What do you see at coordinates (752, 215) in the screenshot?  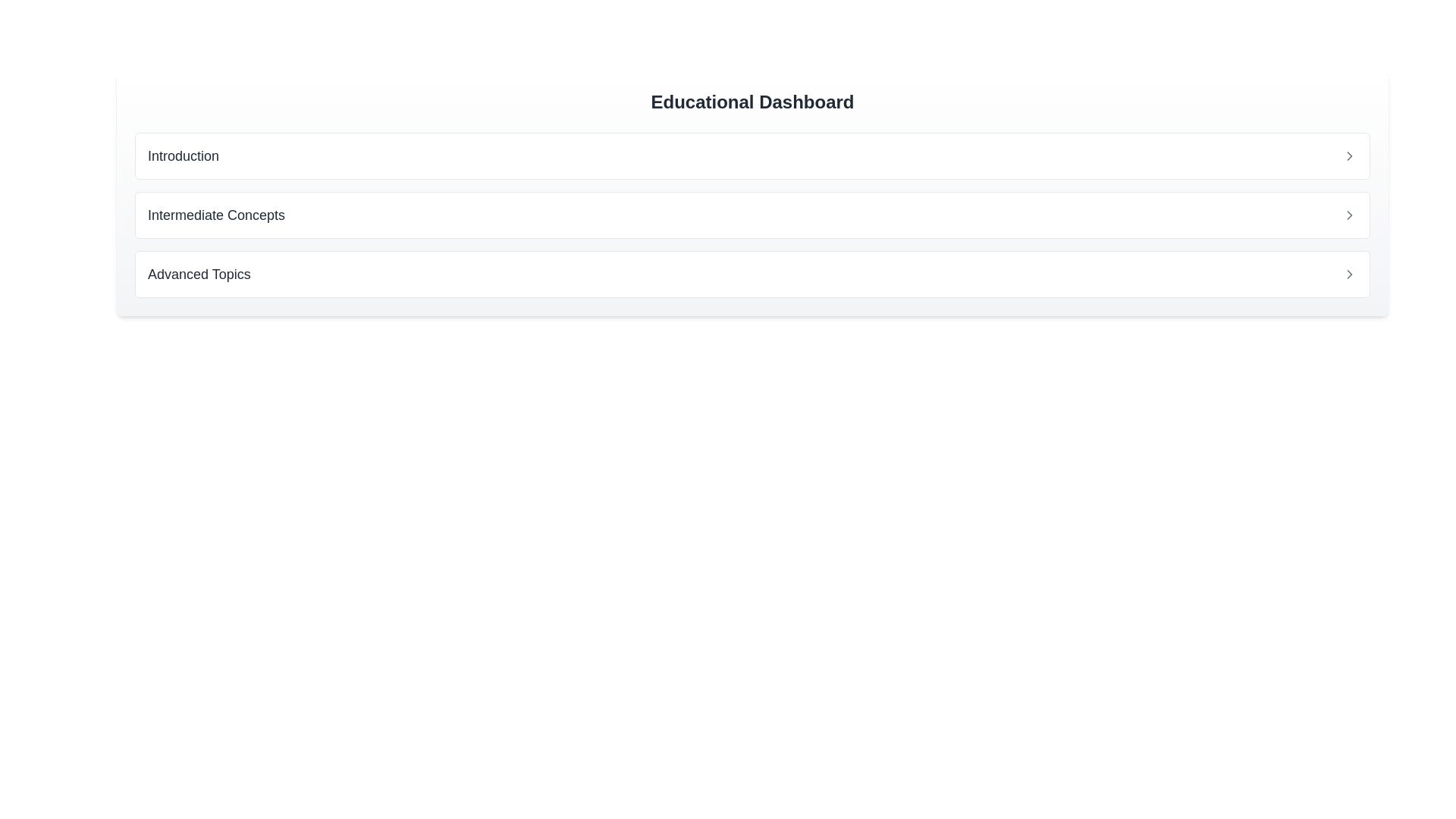 I see `the interactive list item labeled 'Intermediate Concepts'` at bounding box center [752, 215].